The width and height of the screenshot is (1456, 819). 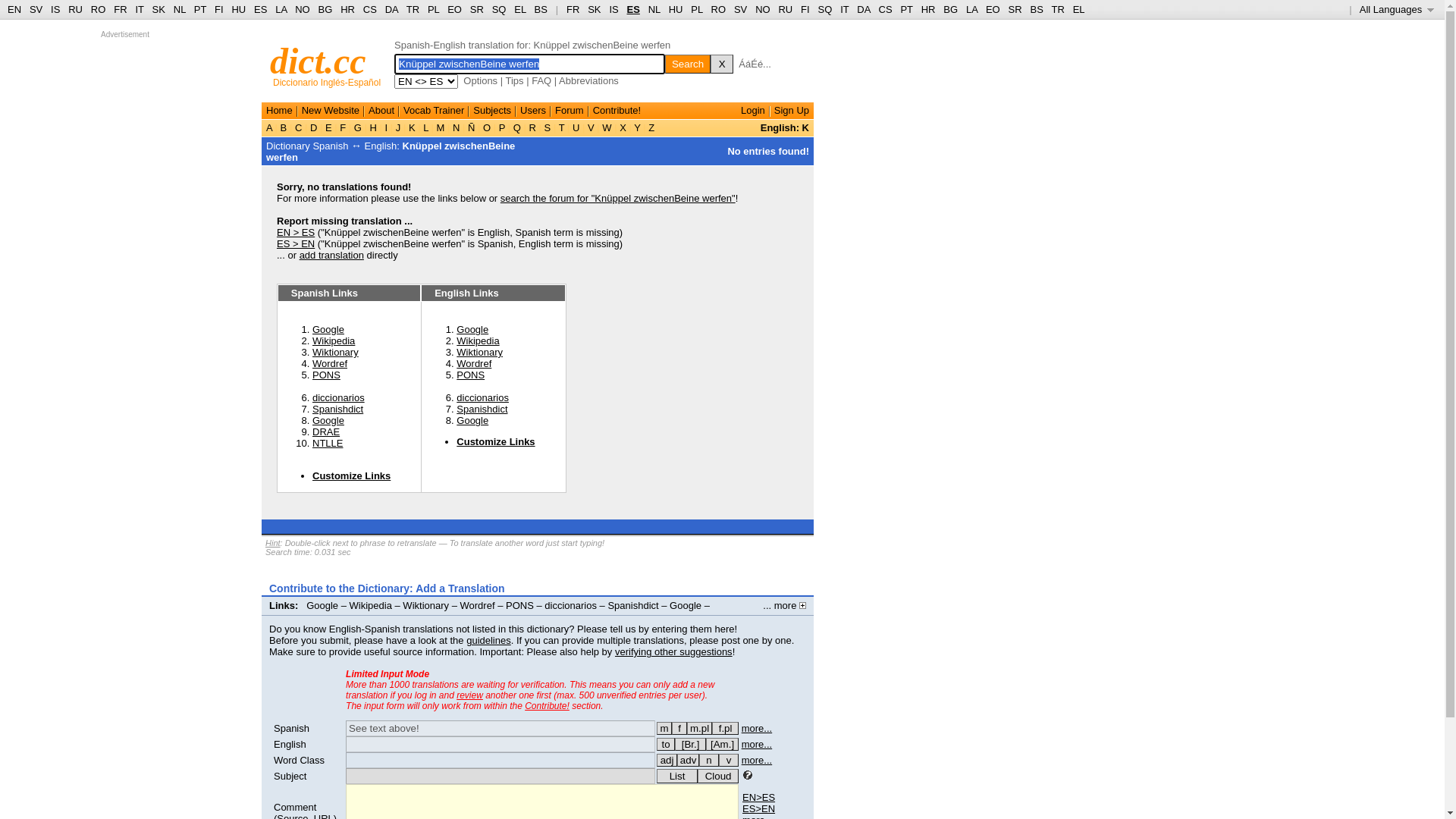 I want to click on 'H', so click(x=373, y=127).